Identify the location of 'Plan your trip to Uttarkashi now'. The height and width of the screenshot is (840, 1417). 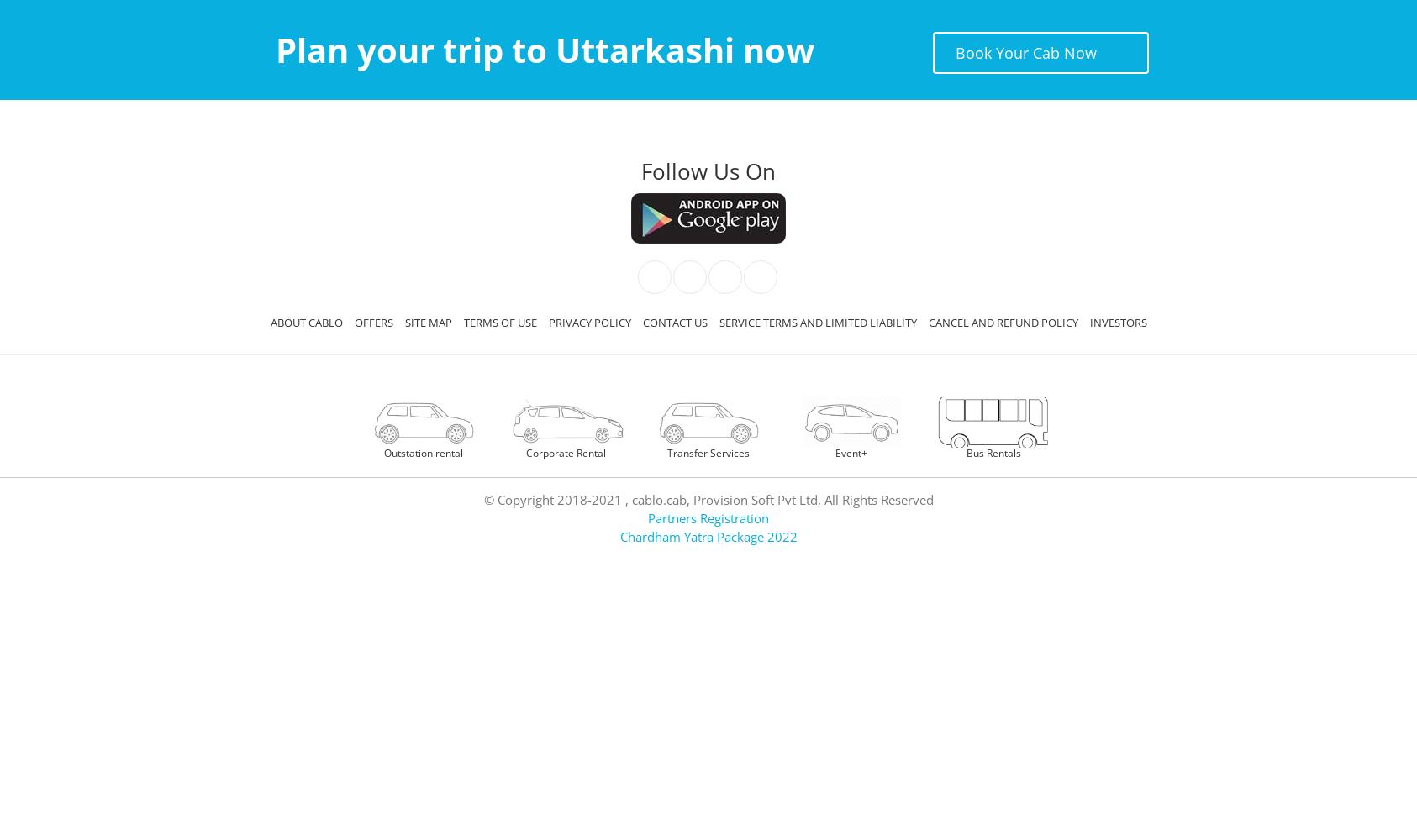
(543, 50).